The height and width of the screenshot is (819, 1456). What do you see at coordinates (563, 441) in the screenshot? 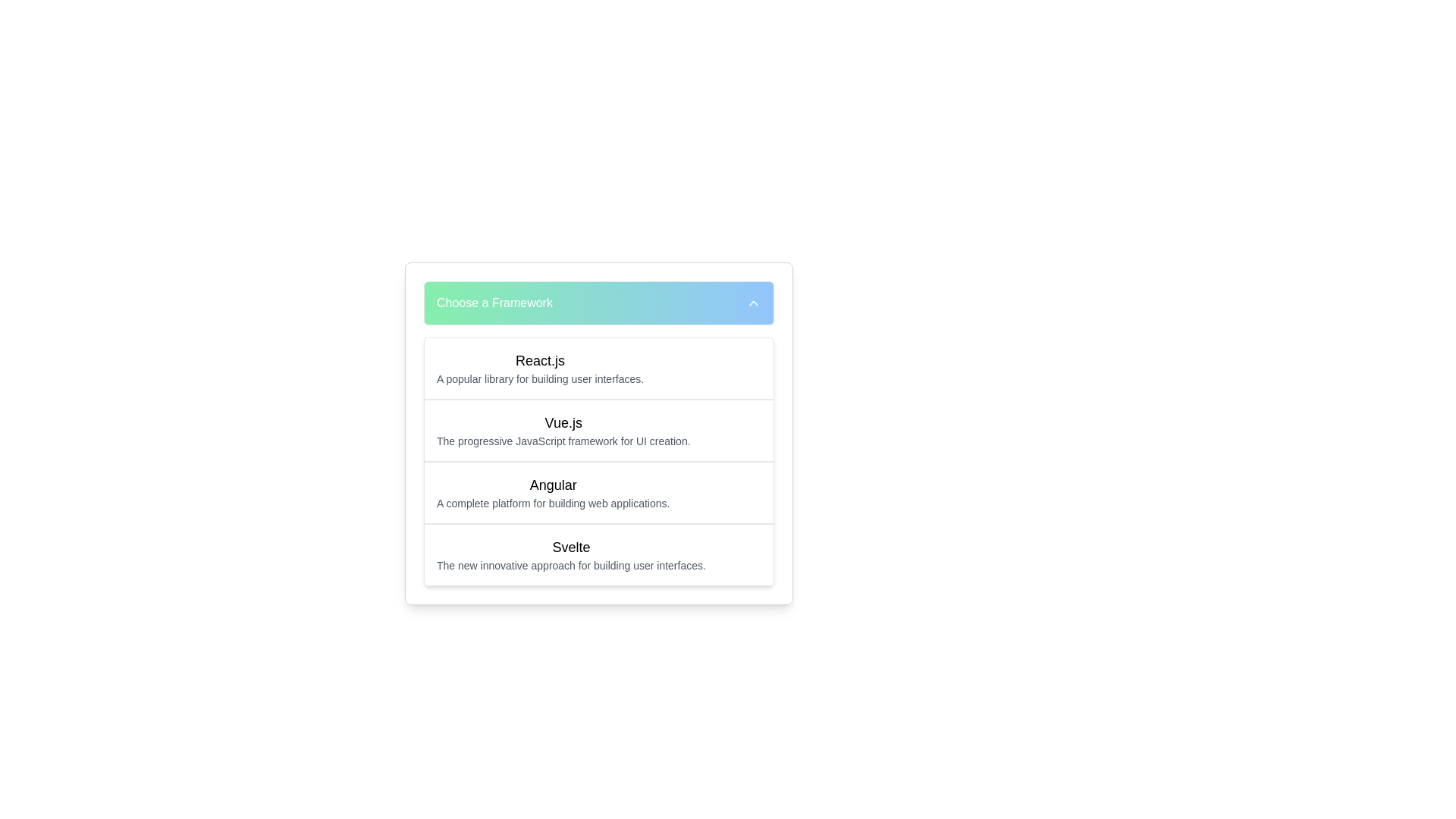
I see `the static text displaying the message 'The progressive JavaScript framework for UI creation.', which is styled in gray and located below the title 'Vue.js'` at bounding box center [563, 441].